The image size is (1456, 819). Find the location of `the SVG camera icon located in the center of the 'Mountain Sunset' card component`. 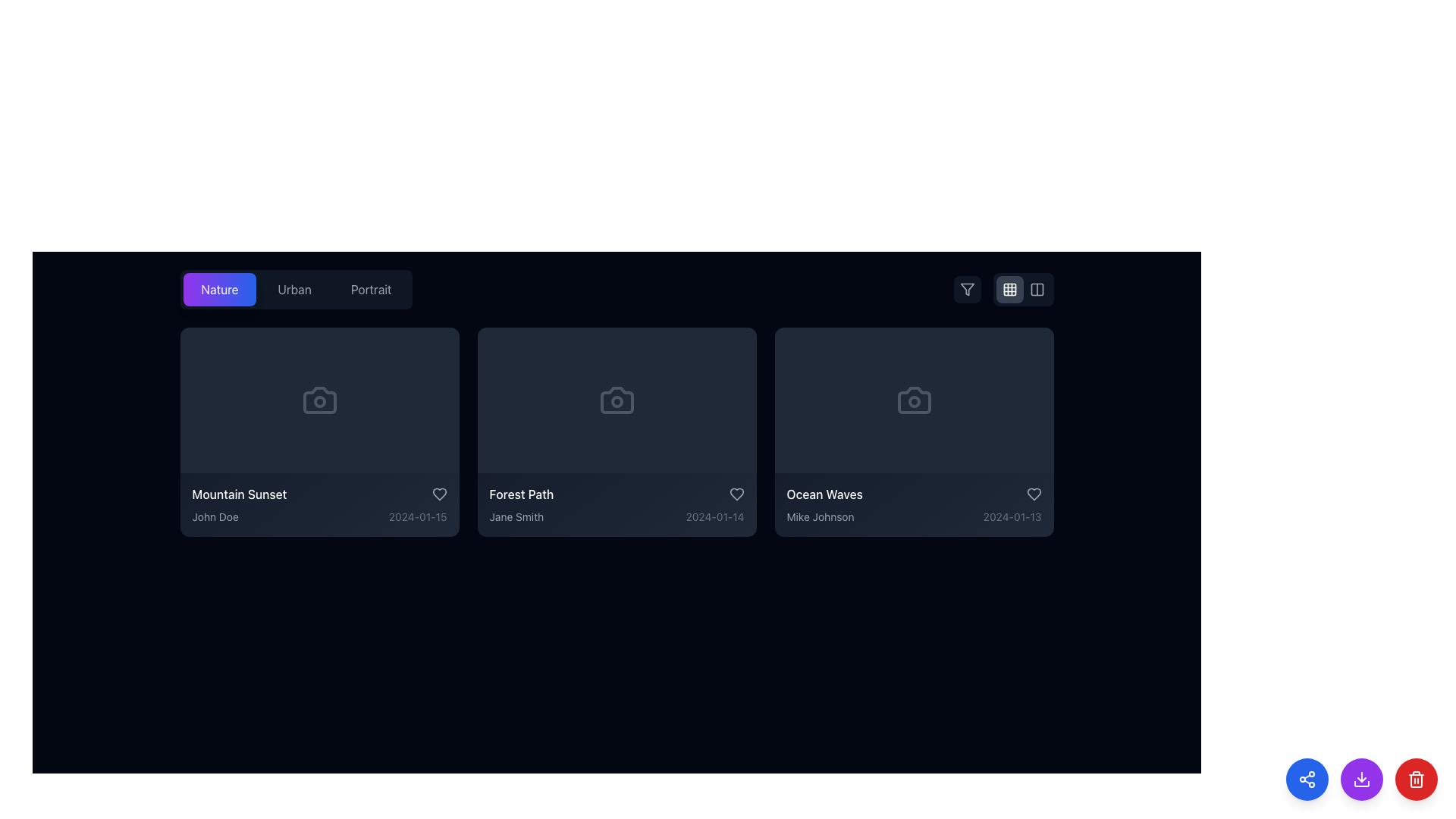

the SVG camera icon located in the center of the 'Mountain Sunset' card component is located at coordinates (318, 400).